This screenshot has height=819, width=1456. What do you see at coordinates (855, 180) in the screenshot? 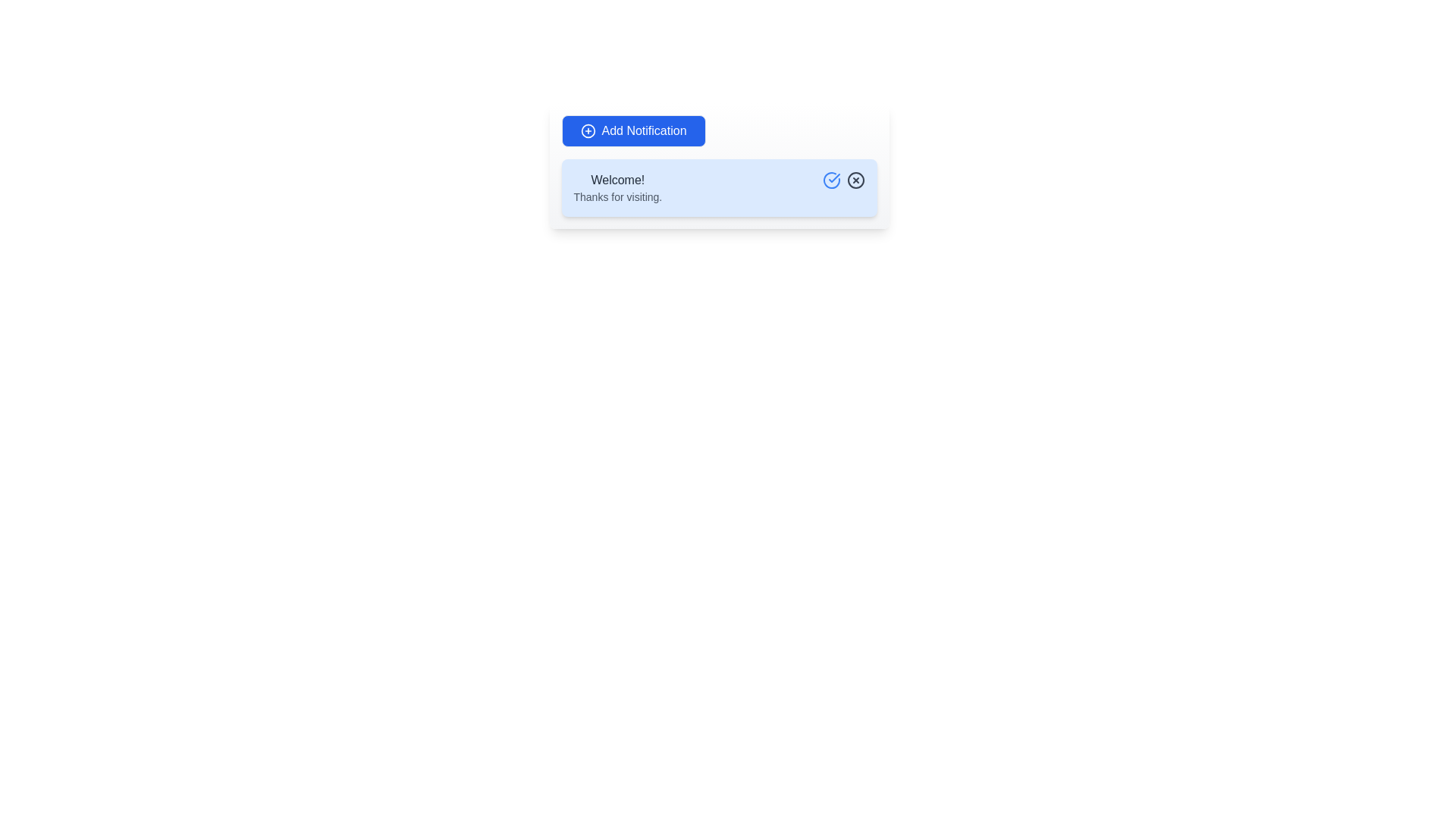
I see `the circular close button, which features a dark border, a light background, and an 'X' symbol, located at the far right of the notification card` at bounding box center [855, 180].